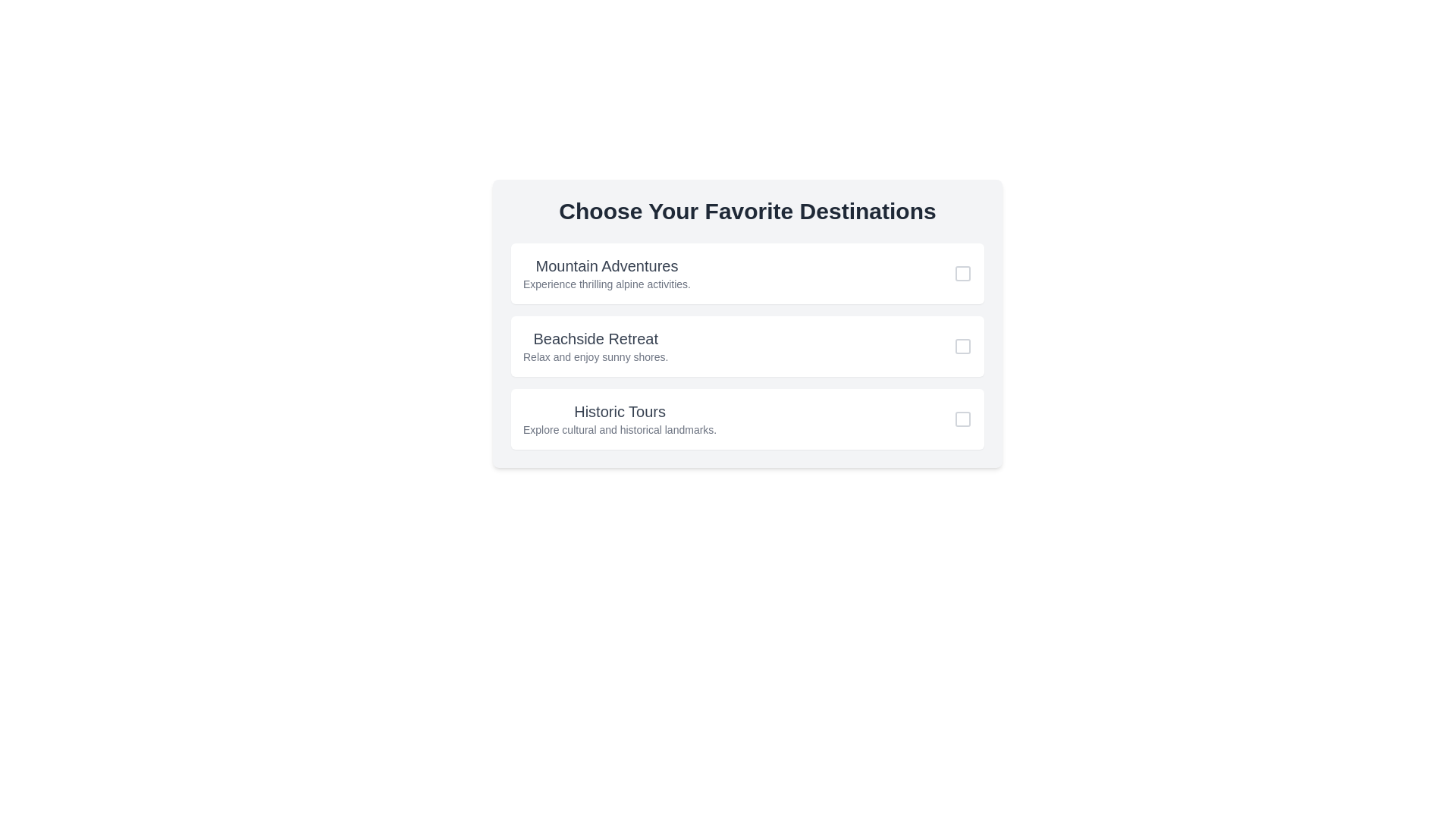 The width and height of the screenshot is (1456, 819). What do you see at coordinates (620, 419) in the screenshot?
I see `the informational text label for 'Historic Tours', which is the third item in the vertical list of preferences under 'Choose Your Favorite Destinations'` at bounding box center [620, 419].